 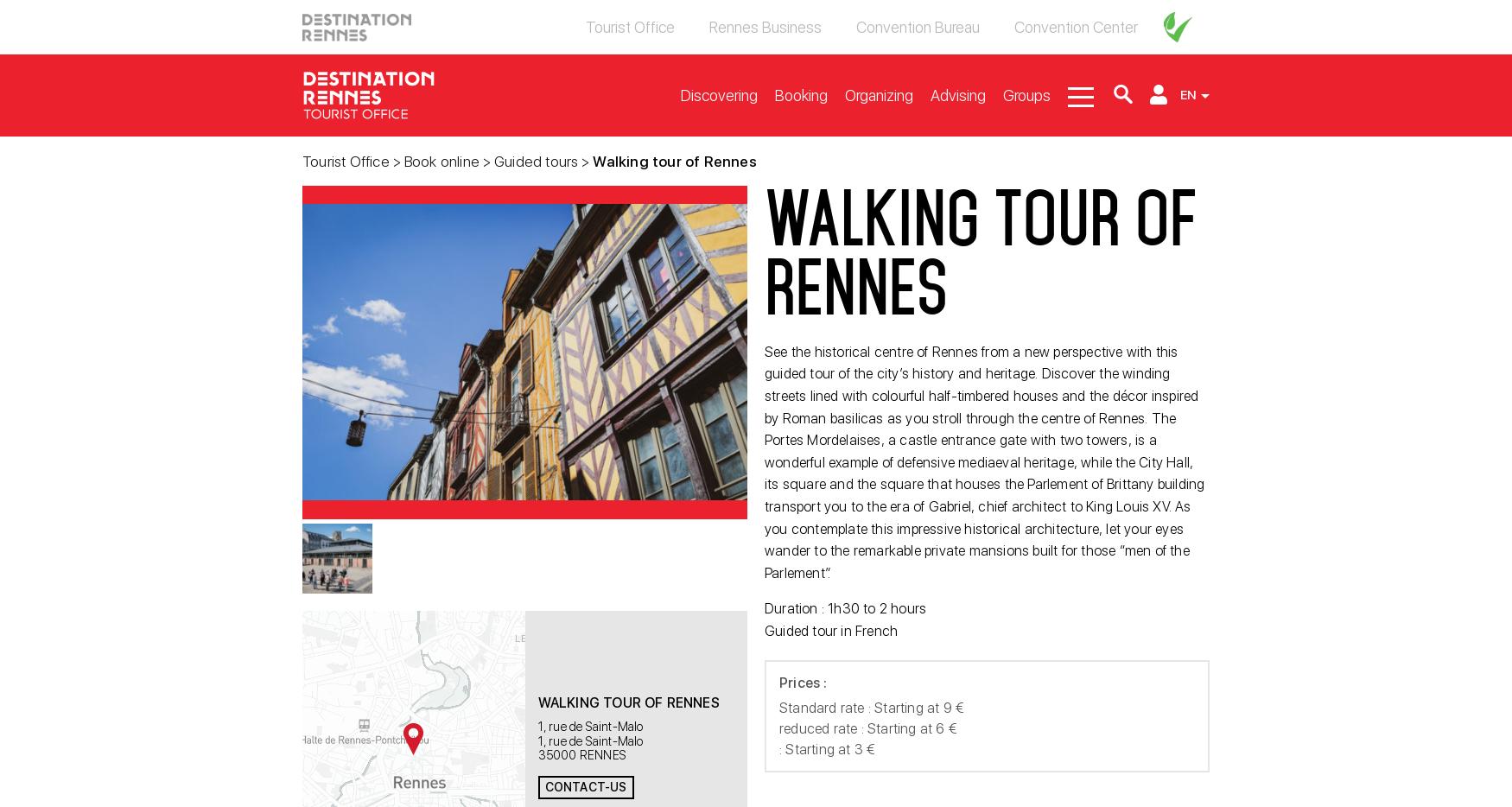 What do you see at coordinates (983, 461) in the screenshot?
I see `'See the historical centre of Rennes from a new perspective with this guided tour of the city’s history and heritage. Discover the winding streets lined with colourful half-timbered houses and the décor inspired by Roman basilicas as you stroll through the centre of Rennes. The Portes Mordelaises, a castle entrance gate with two towers, is a wonderful example of defensive mediaeval heritage, while the City Hall, its square and the square that houses the Parlement of Brittany building transport you to the era of Gabriel, chief architect to King Louis XV. As you contemplate this impressive historical architecture, let your eyes wander to the remarkable private mansions built for those “men of the Parlement”.'` at bounding box center [983, 461].